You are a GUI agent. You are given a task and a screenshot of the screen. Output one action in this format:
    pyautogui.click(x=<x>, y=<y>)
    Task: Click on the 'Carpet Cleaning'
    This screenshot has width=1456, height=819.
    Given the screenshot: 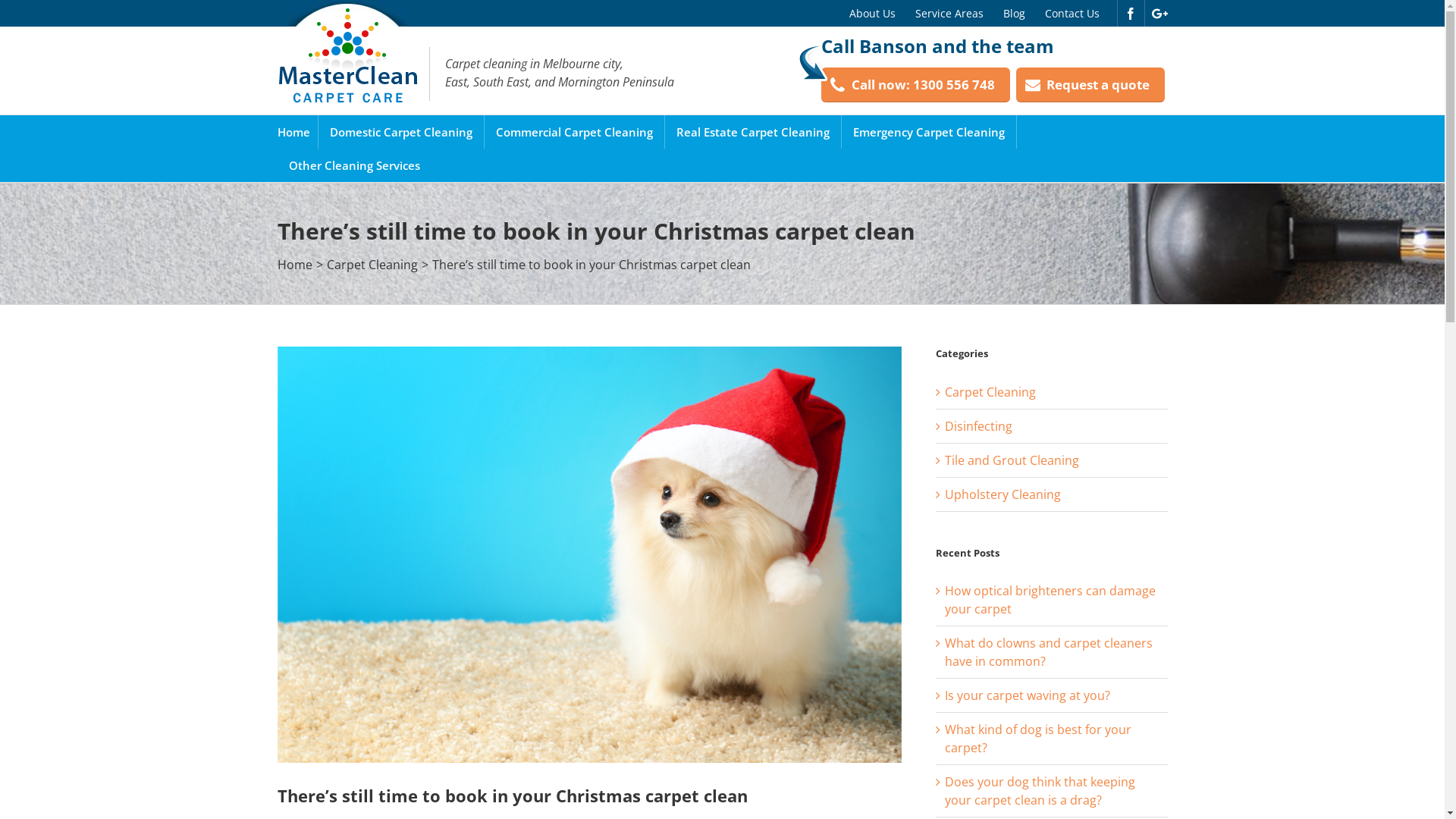 What is the action you would take?
    pyautogui.click(x=371, y=263)
    